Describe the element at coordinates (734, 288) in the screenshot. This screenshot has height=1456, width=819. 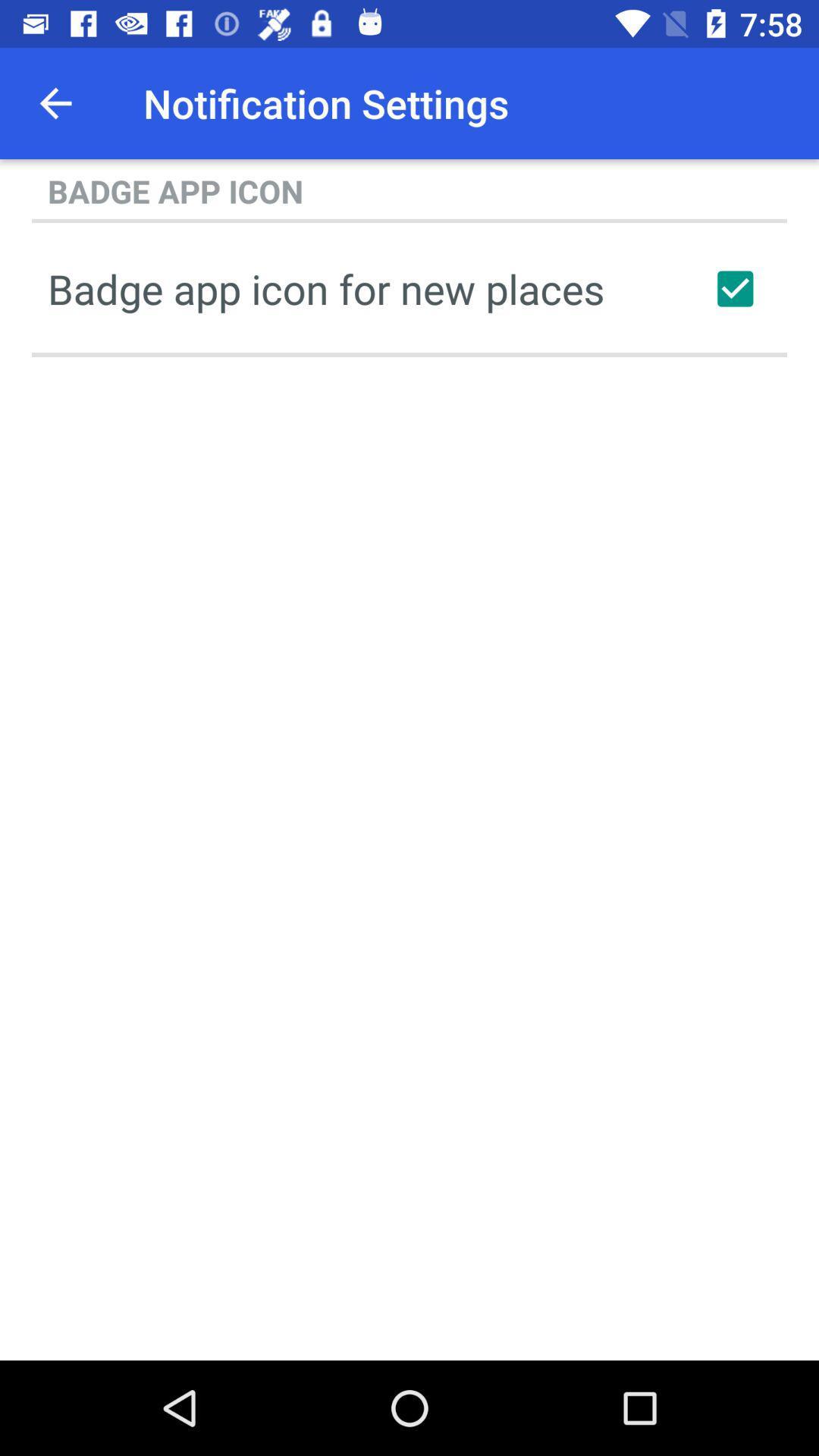
I see `app icon` at that location.